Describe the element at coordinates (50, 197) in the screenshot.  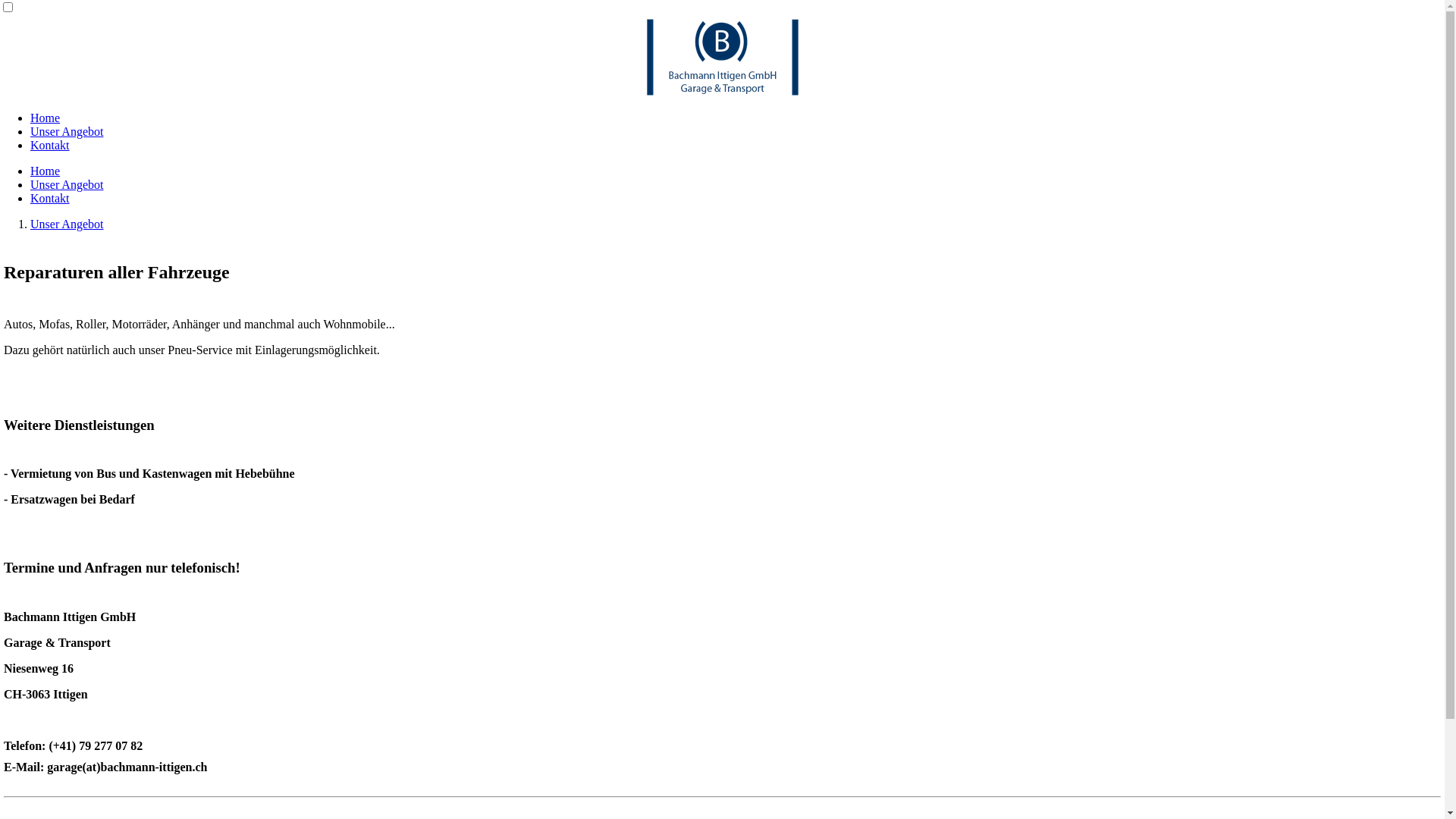
I see `'Kontakt'` at that location.